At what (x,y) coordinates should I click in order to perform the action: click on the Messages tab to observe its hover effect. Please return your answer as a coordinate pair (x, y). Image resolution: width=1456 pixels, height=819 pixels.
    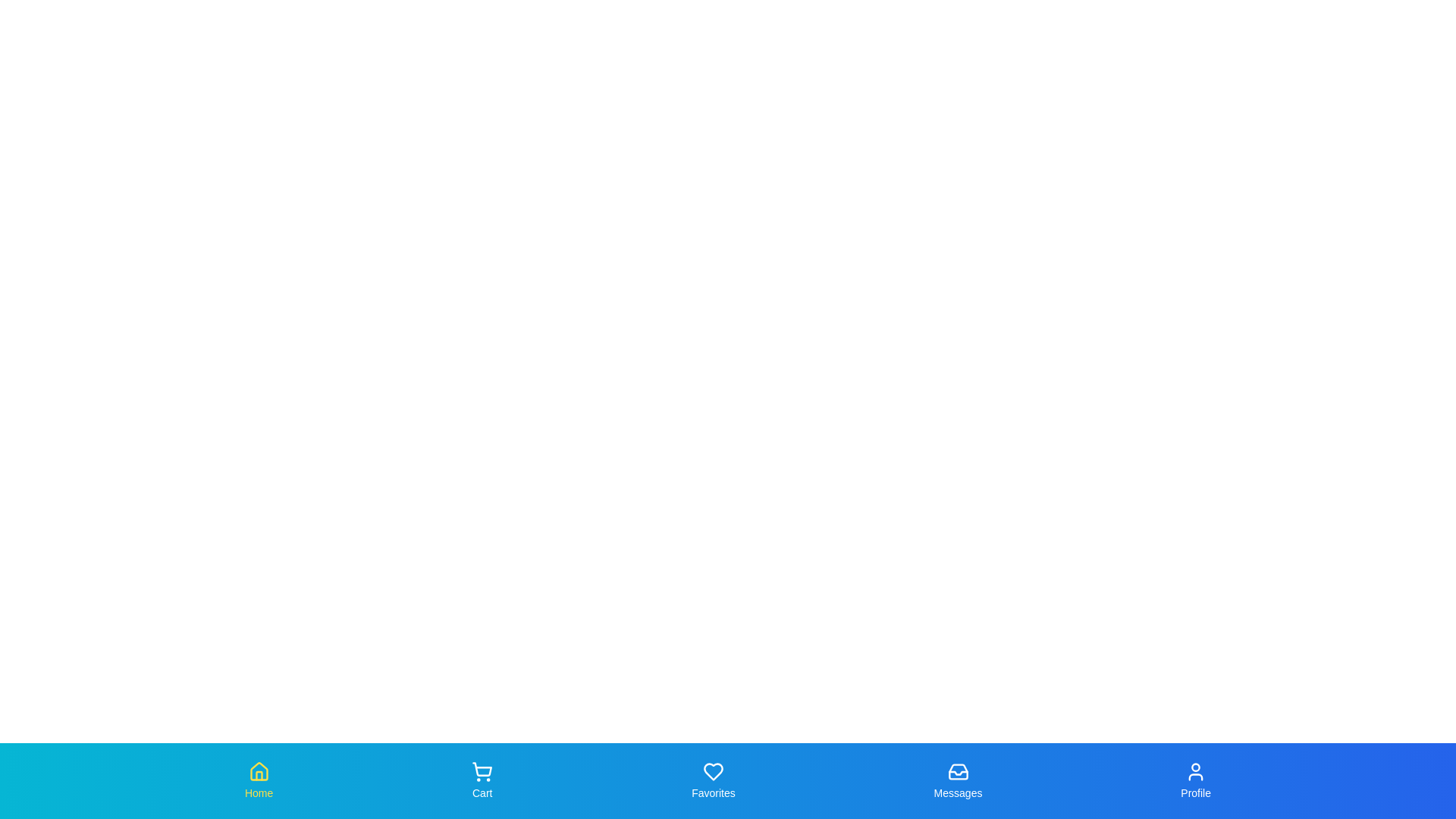
    Looking at the image, I should click on (957, 780).